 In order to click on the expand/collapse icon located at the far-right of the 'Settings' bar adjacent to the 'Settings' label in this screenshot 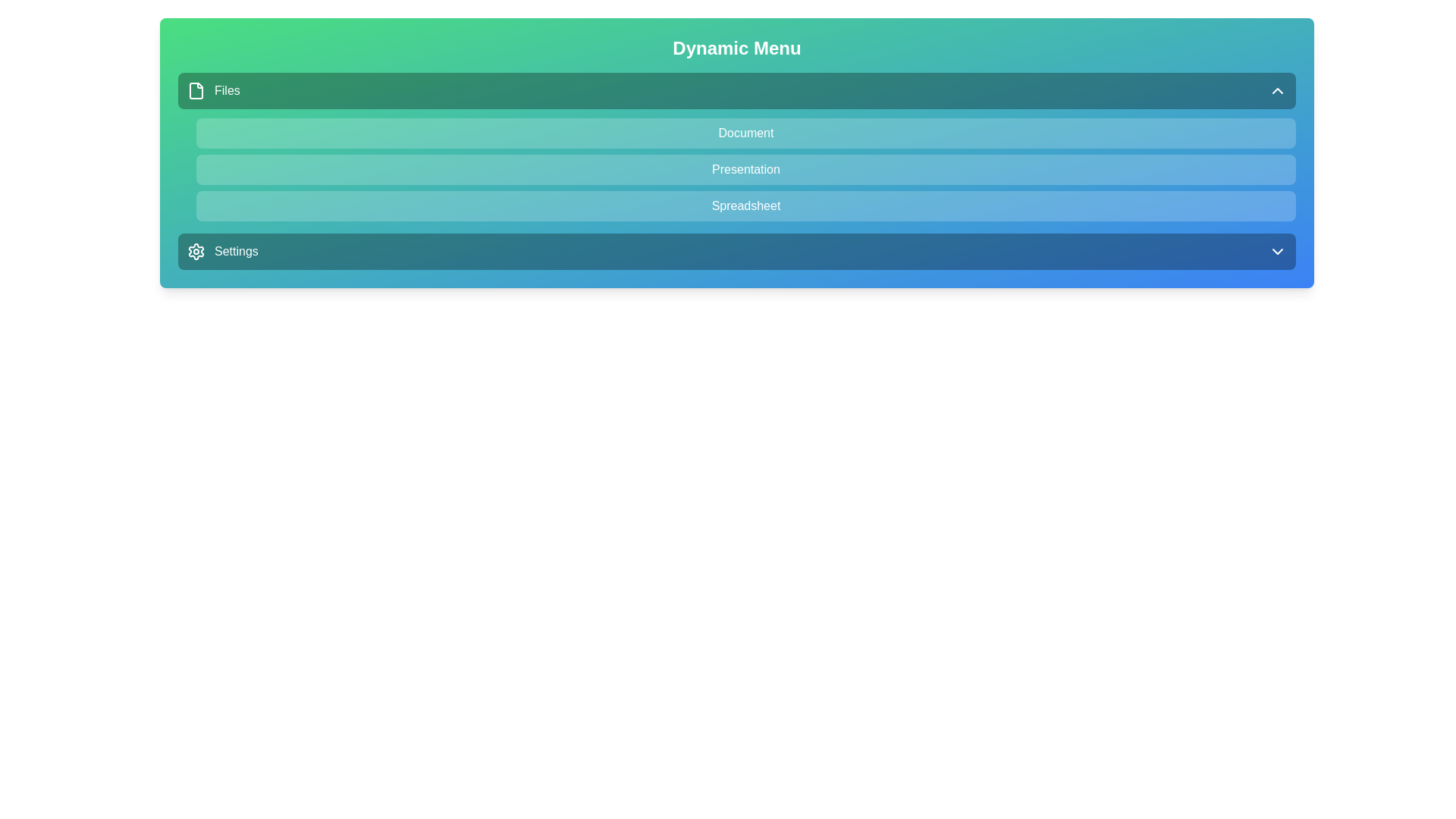, I will do `click(1276, 250)`.